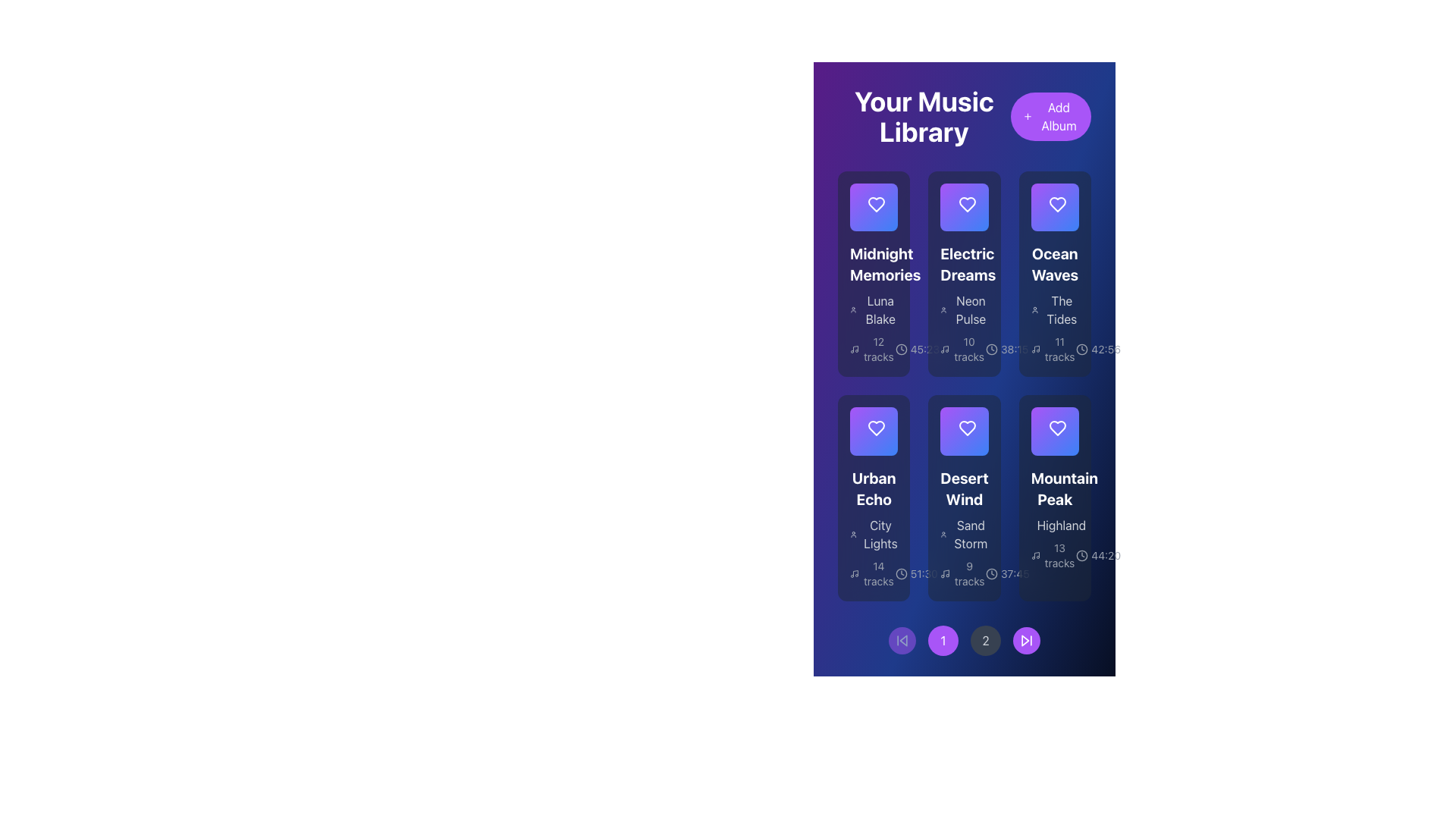 The width and height of the screenshot is (1456, 819). I want to click on text displayed in the Text Label that shows the duration of the 'Electric Dreams' album, positioned below the album card and next to the clock icon, so click(924, 350).